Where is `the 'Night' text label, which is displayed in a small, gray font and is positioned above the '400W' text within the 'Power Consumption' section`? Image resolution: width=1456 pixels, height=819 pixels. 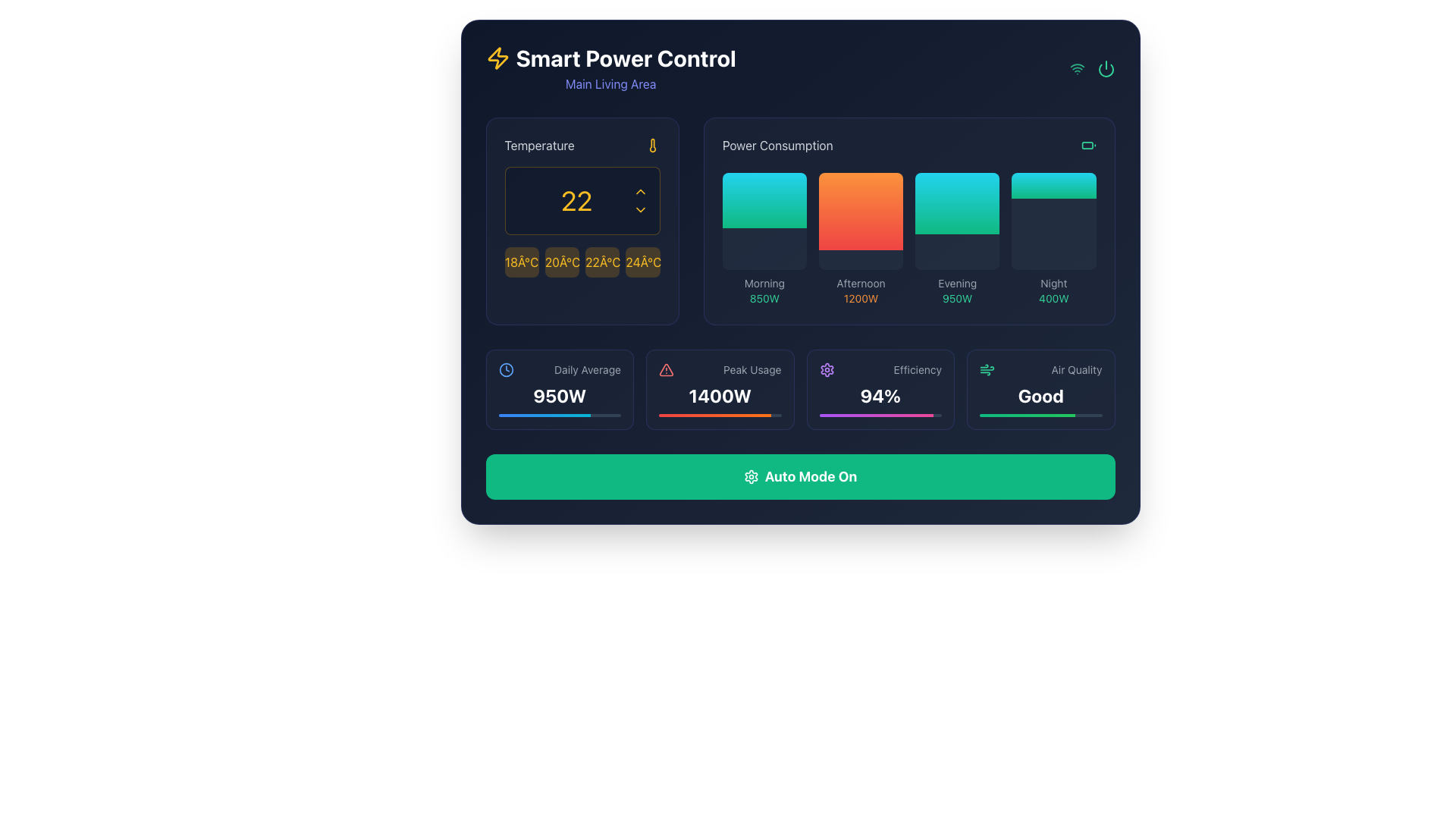
the 'Night' text label, which is displayed in a small, gray font and is positioned above the '400W' text within the 'Power Consumption' section is located at coordinates (1053, 284).